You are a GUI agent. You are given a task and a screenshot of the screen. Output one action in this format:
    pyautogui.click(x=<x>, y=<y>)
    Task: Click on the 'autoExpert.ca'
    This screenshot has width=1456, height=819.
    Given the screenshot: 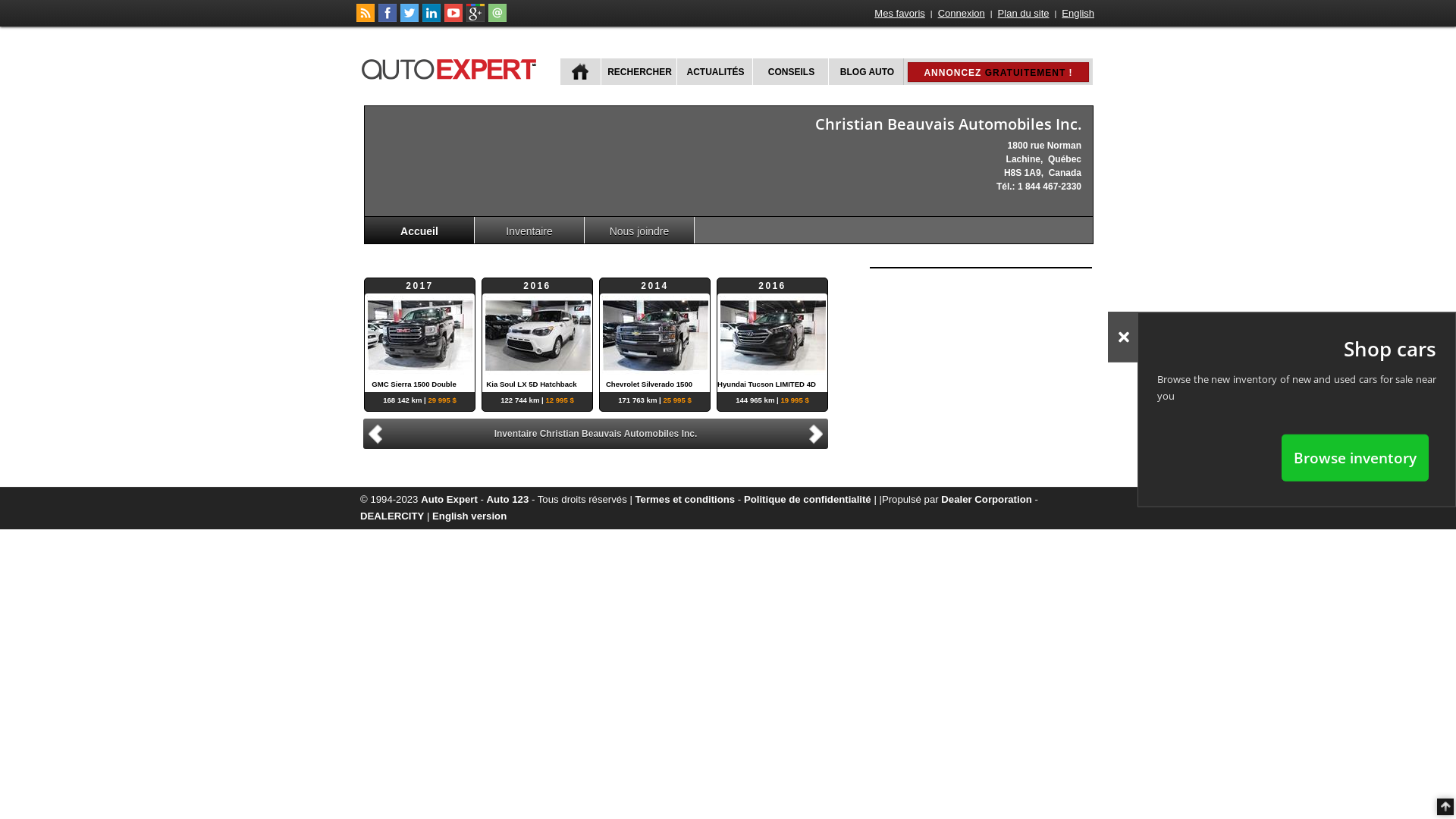 What is the action you would take?
    pyautogui.click(x=359, y=66)
    